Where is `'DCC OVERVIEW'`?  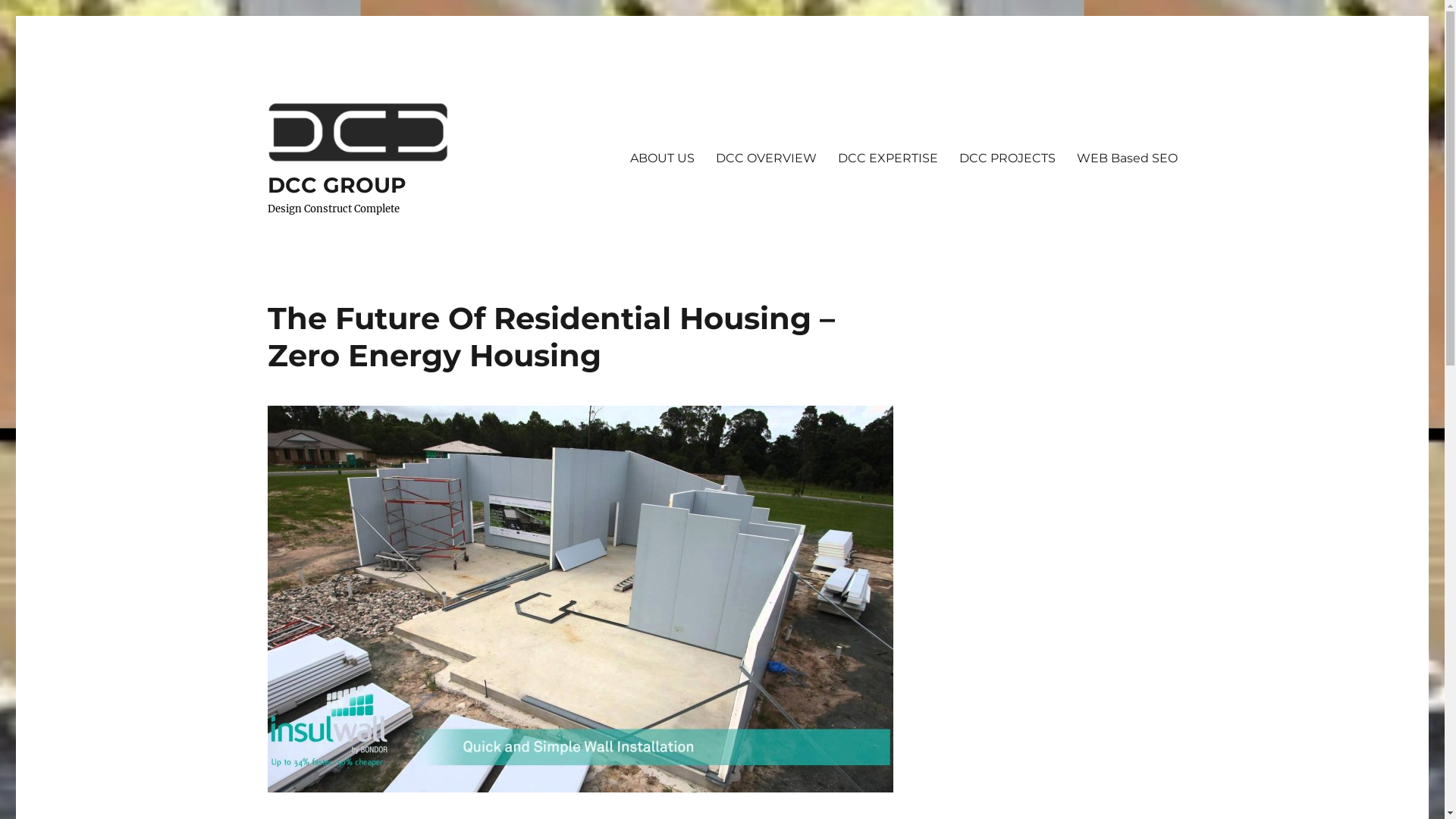
'DCC OVERVIEW' is located at coordinates (766, 158).